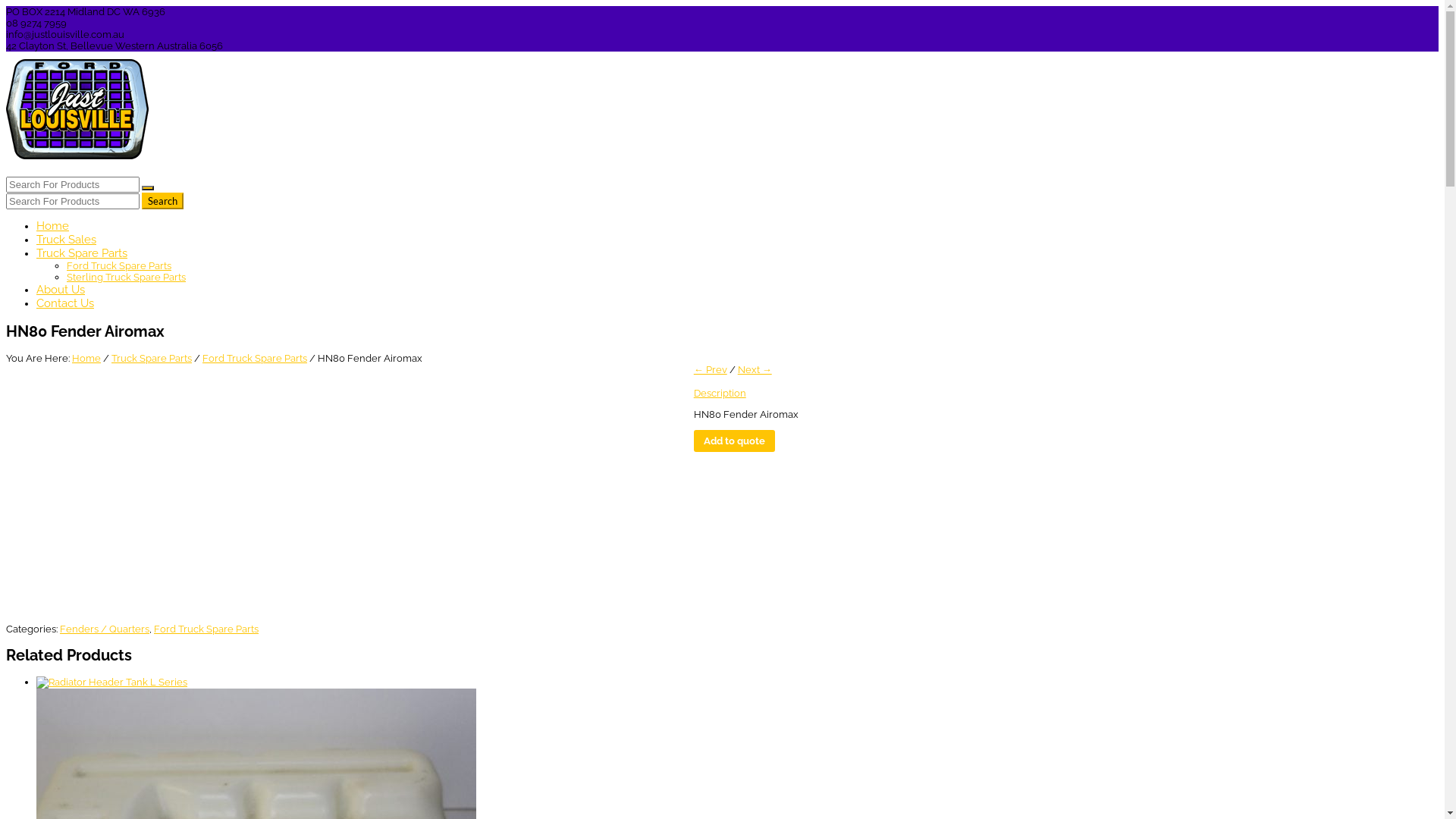 The height and width of the screenshot is (819, 1456). Describe the element at coordinates (65, 239) in the screenshot. I see `'Truck Sales'` at that location.